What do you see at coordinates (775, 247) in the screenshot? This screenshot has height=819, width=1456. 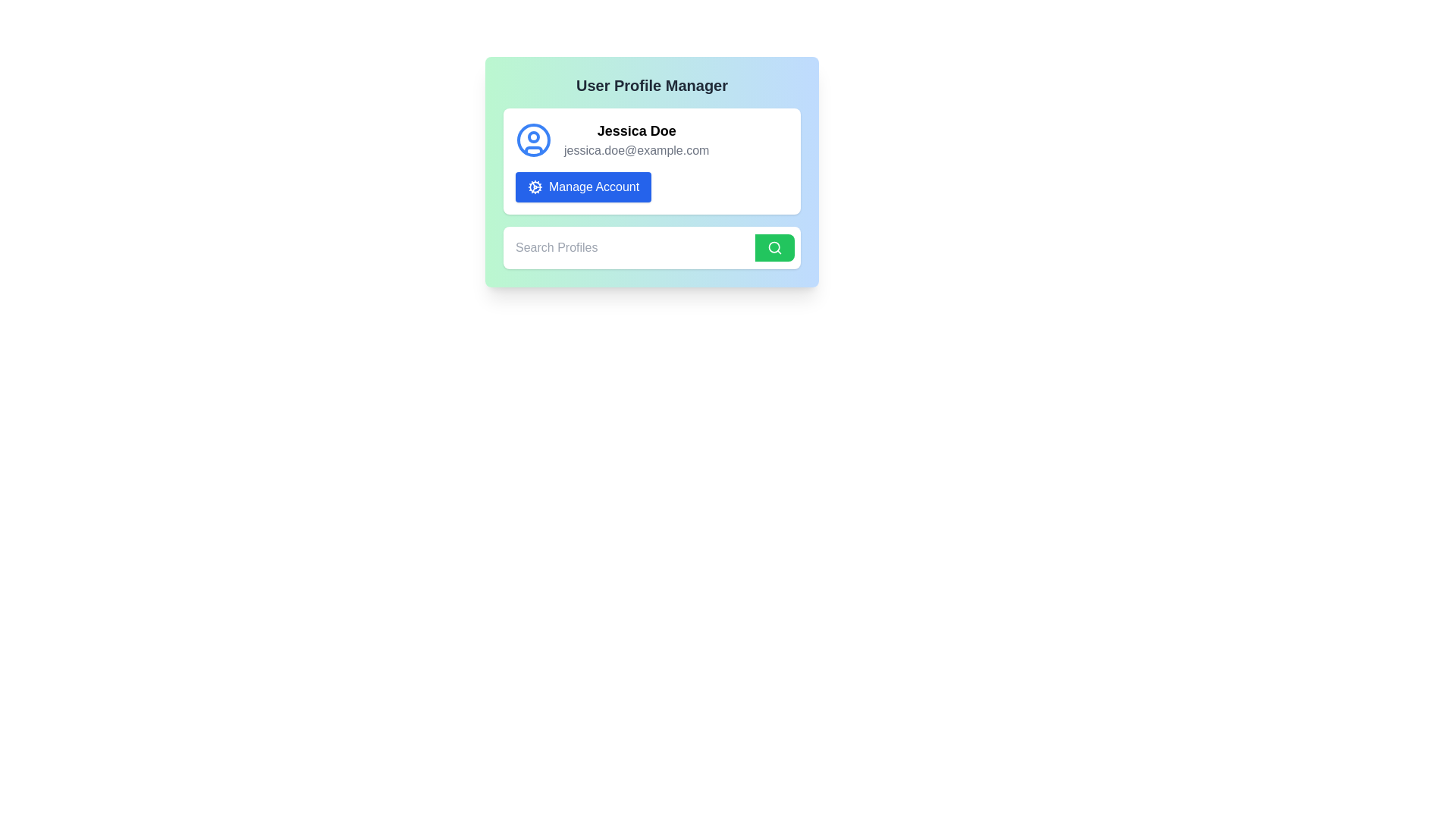 I see `the search icon embedded in the submit button located to the right of the 'Search Profiles' input field` at bounding box center [775, 247].